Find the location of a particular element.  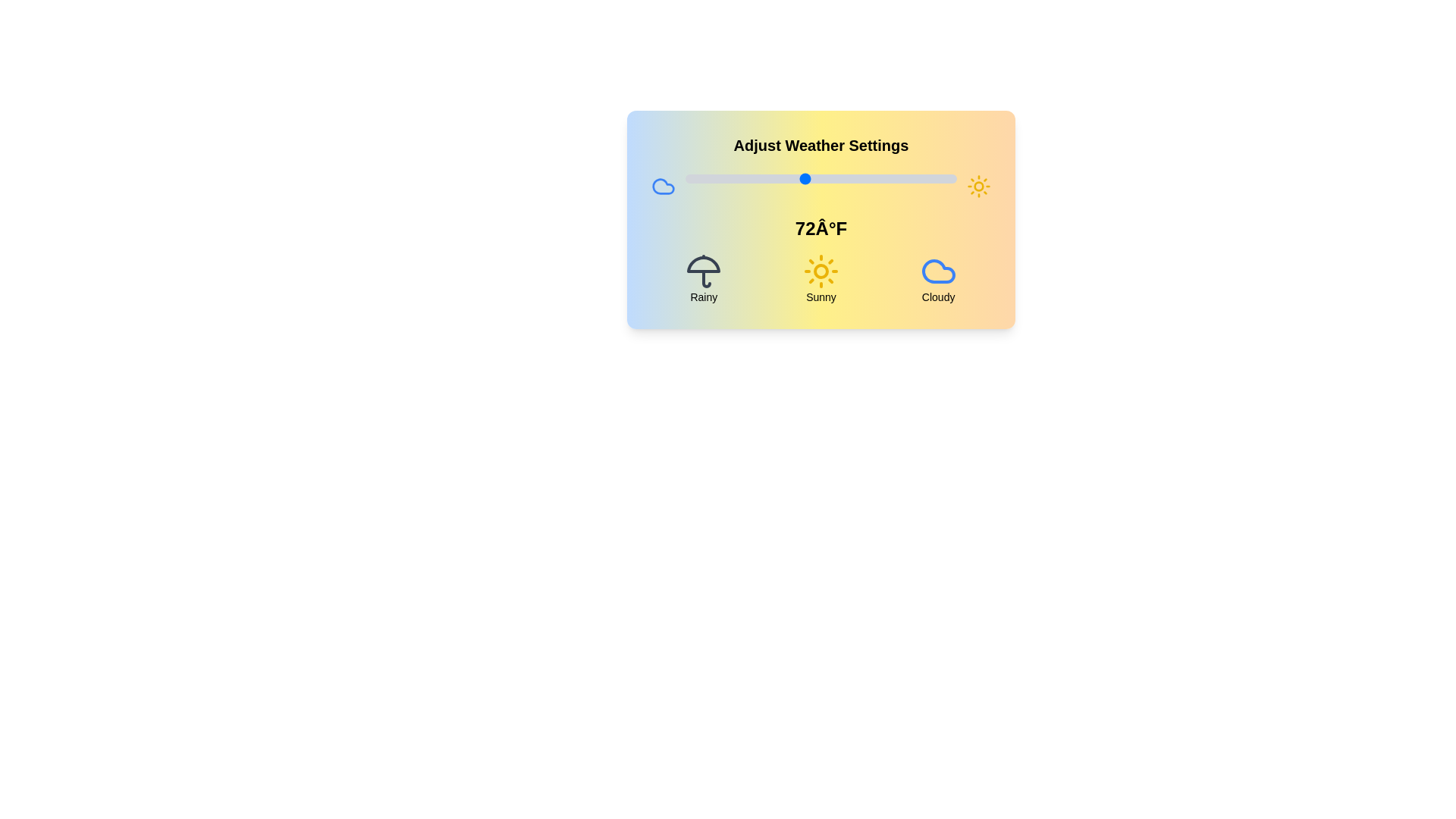

the temperature slider to 92°F is located at coordinates (912, 177).